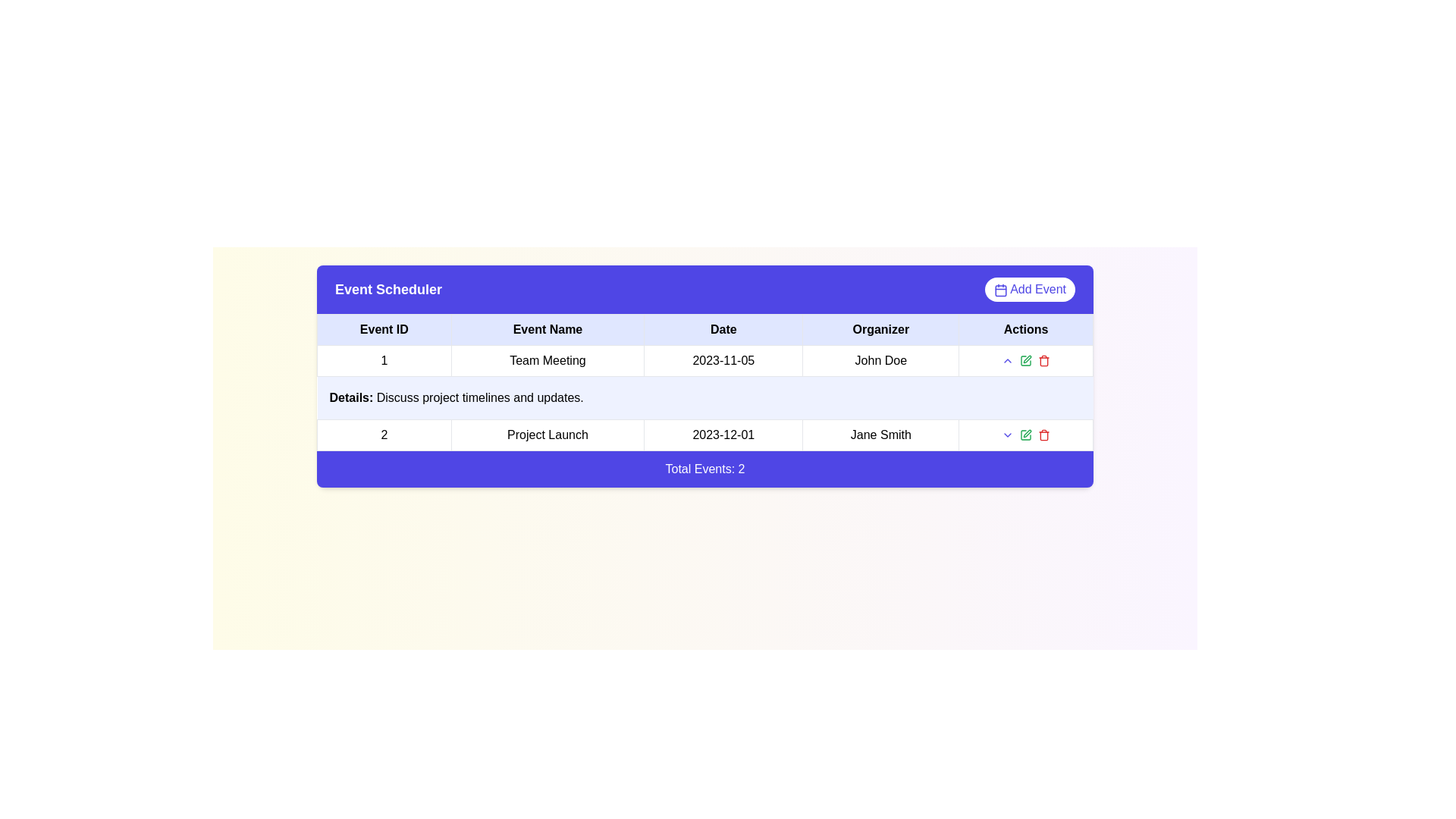 The height and width of the screenshot is (819, 1456). What do you see at coordinates (1030, 289) in the screenshot?
I see `the 'Add Event' button, which is a rounded rectangular button with a white background and indigo text, located on the far-right side of the 'Event Scheduler' header bar` at bounding box center [1030, 289].